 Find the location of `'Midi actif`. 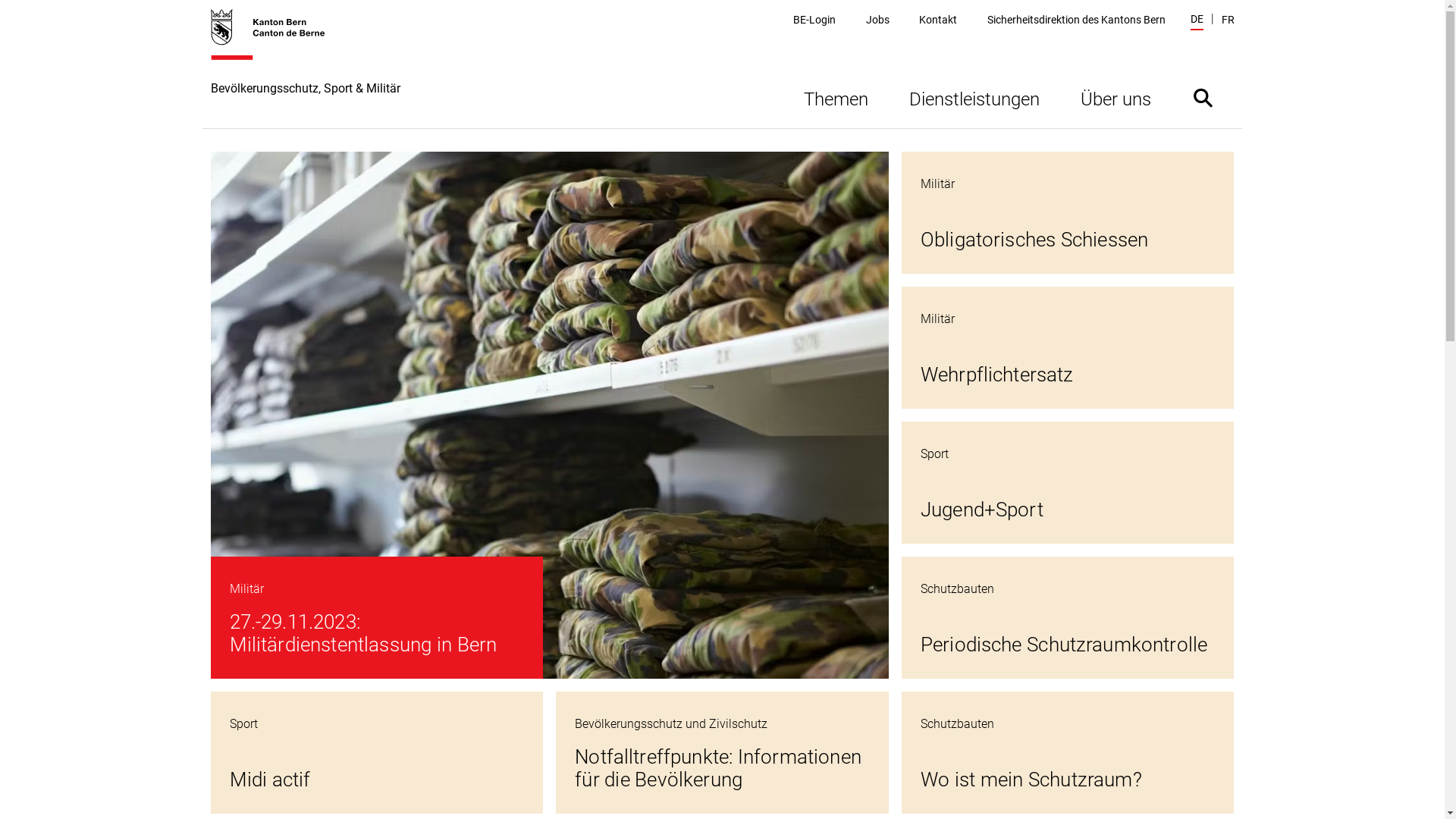

'Midi actif is located at coordinates (377, 752).